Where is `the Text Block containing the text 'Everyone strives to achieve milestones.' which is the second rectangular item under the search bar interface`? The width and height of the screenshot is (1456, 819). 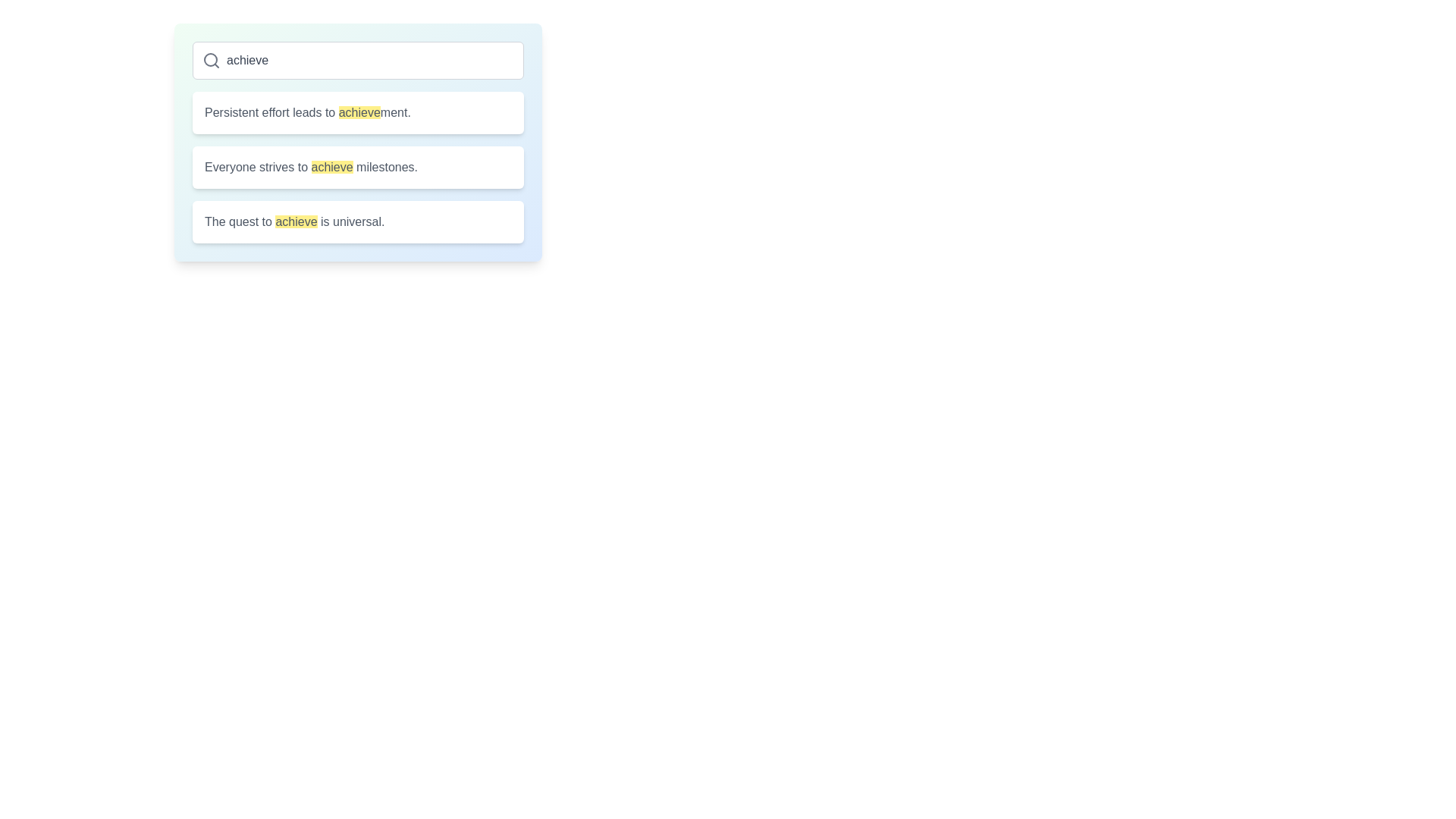
the Text Block containing the text 'Everyone strives to achieve milestones.' which is the second rectangular item under the search bar interface is located at coordinates (357, 167).